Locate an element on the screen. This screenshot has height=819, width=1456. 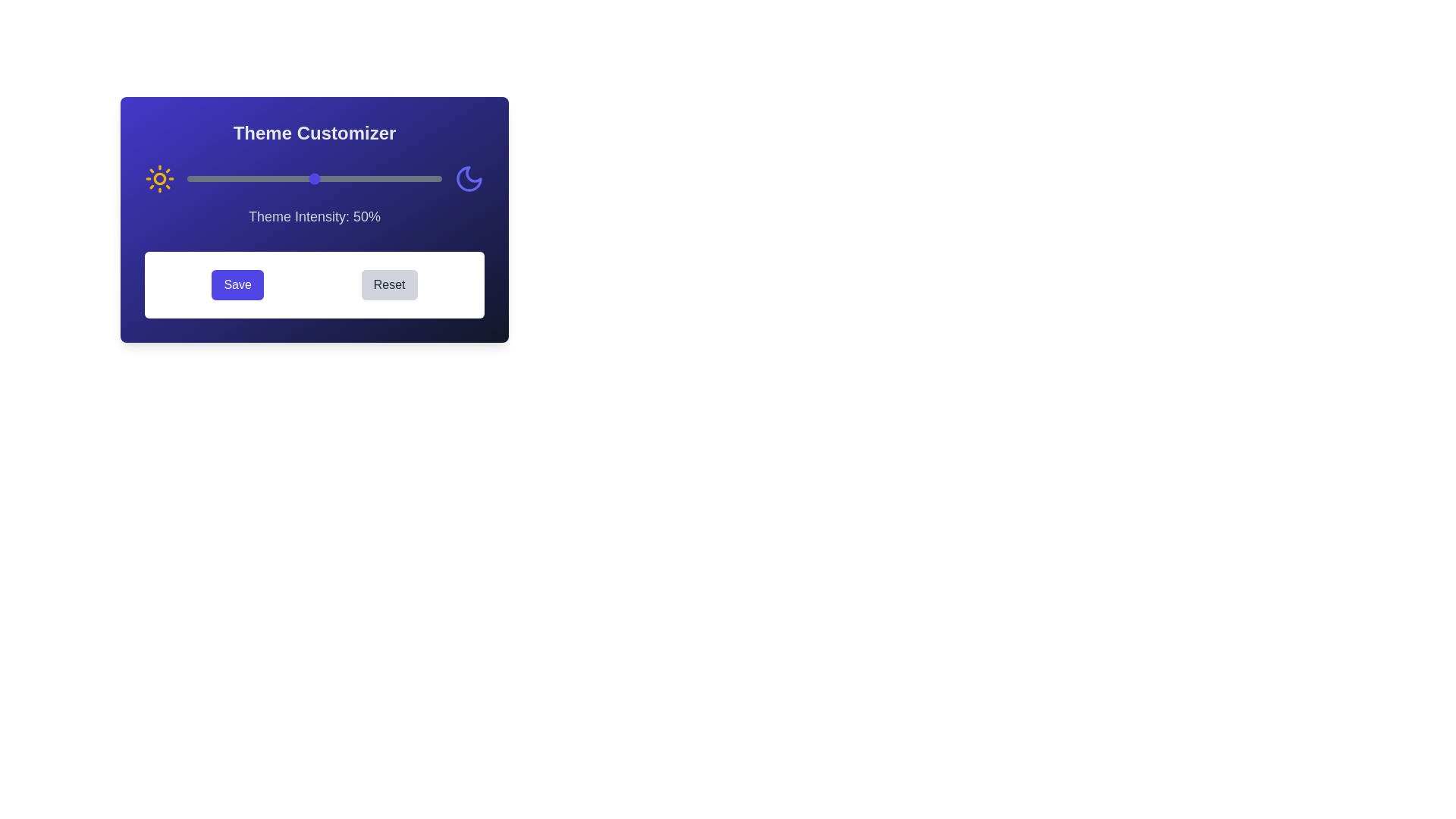
the theme intensity slider to 86% is located at coordinates (406, 177).